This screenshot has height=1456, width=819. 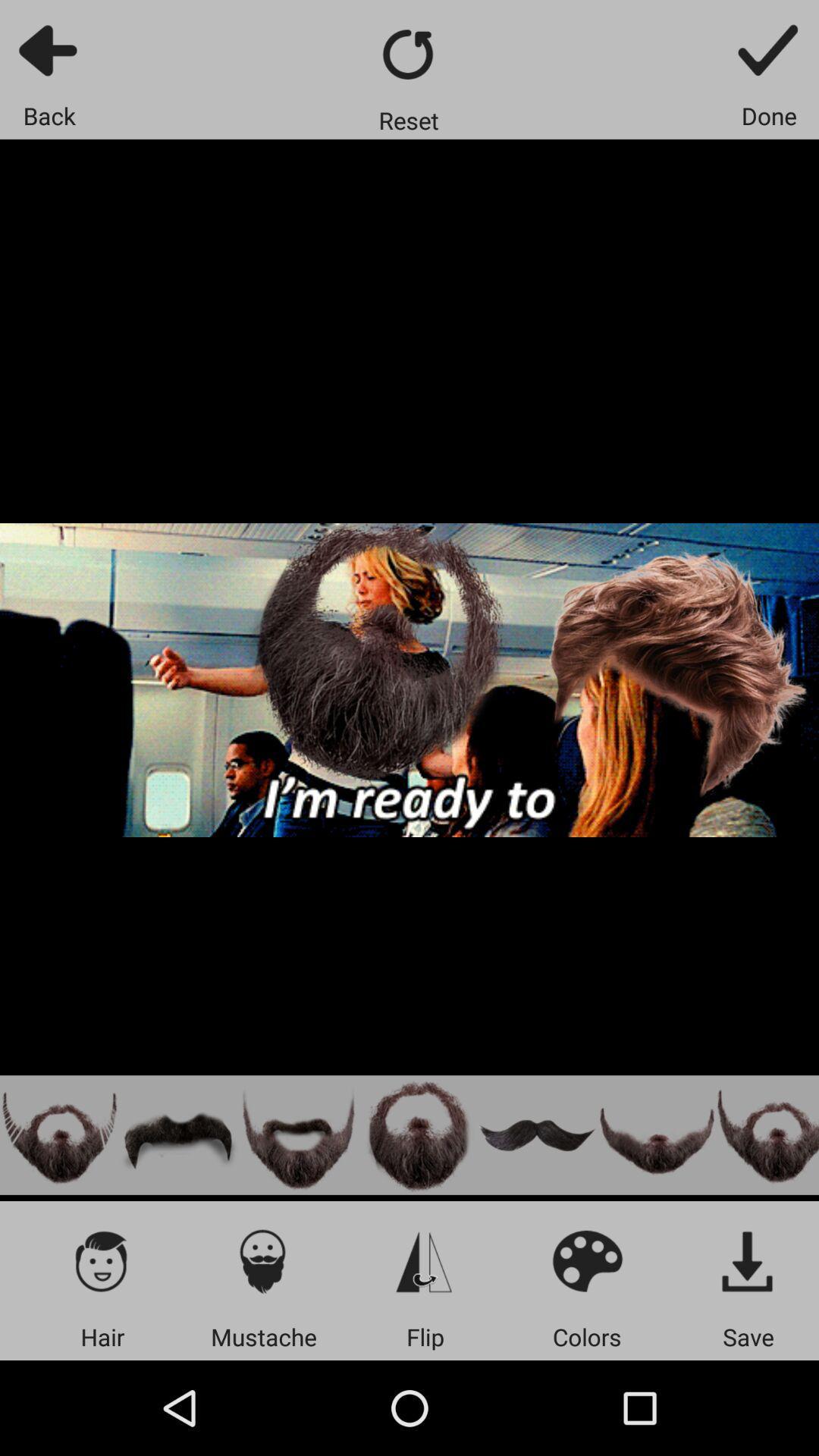 I want to click on the file_download icon, so click(x=748, y=1260).